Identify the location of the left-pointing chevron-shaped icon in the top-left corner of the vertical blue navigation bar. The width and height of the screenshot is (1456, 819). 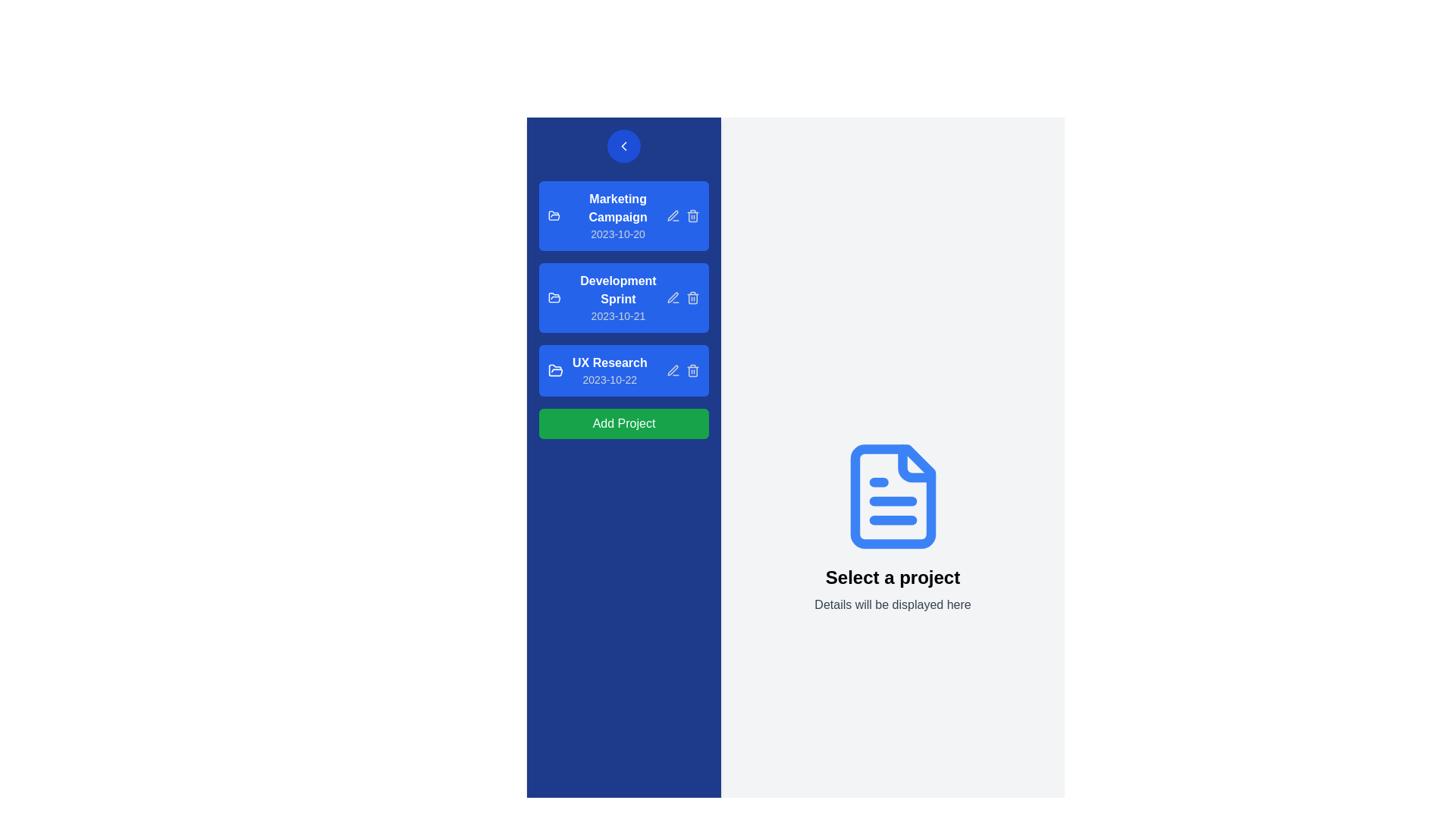
(623, 146).